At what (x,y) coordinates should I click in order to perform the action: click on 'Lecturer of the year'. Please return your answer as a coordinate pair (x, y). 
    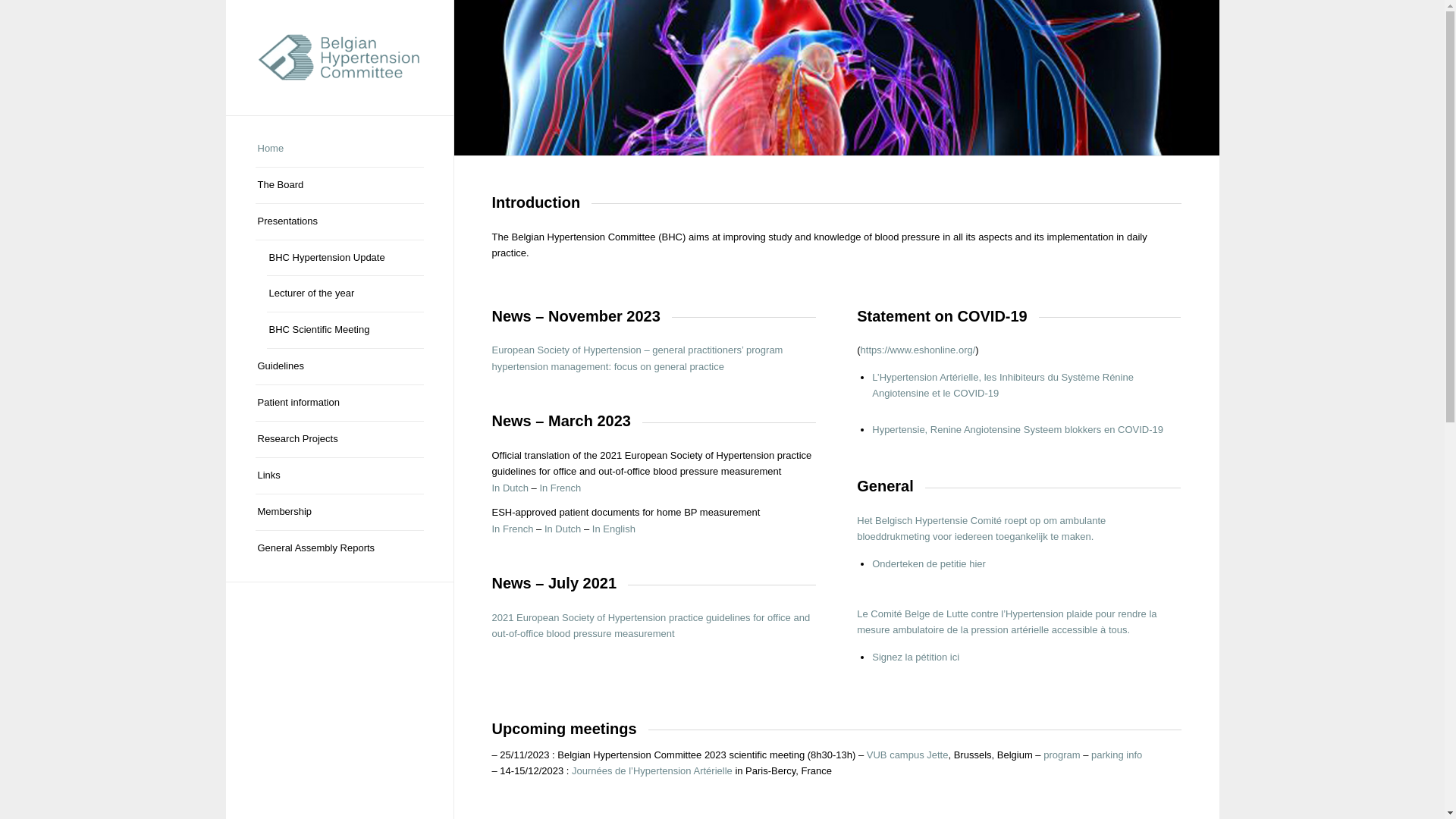
    Looking at the image, I should click on (344, 294).